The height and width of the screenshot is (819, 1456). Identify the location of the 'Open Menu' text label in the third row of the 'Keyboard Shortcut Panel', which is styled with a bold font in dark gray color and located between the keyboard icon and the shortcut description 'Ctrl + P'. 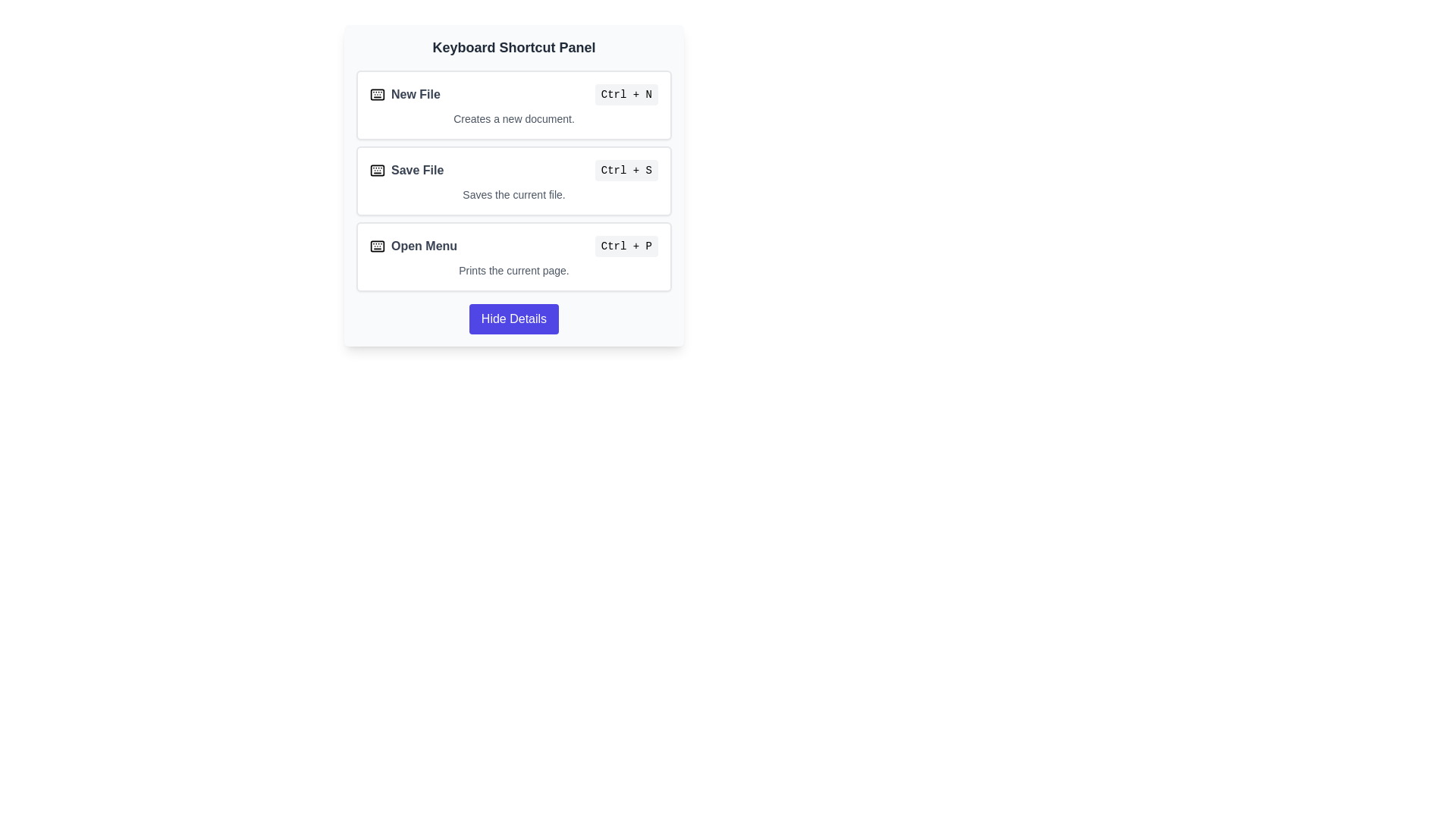
(424, 245).